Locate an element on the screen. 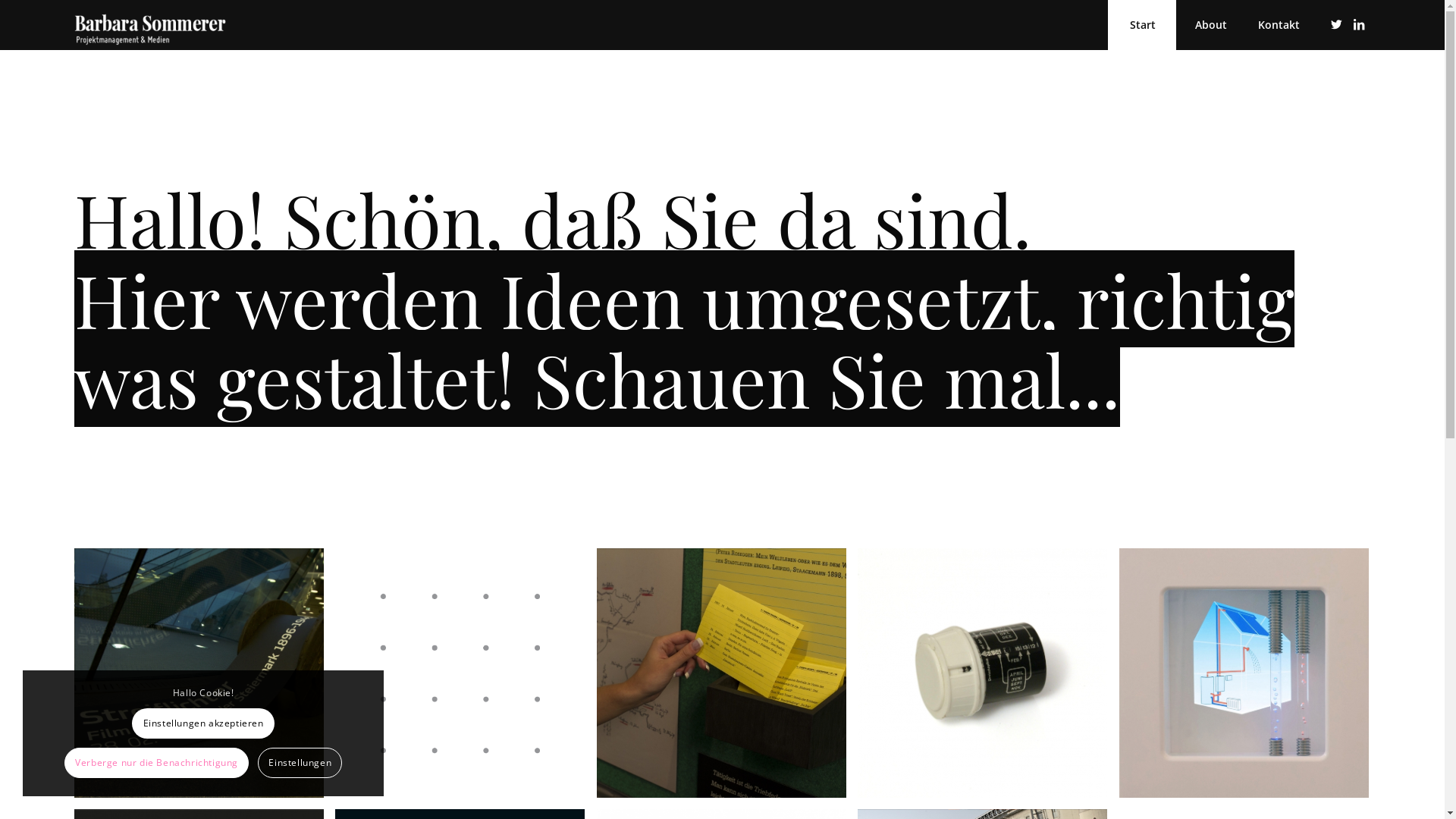  'About' is located at coordinates (1210, 25).